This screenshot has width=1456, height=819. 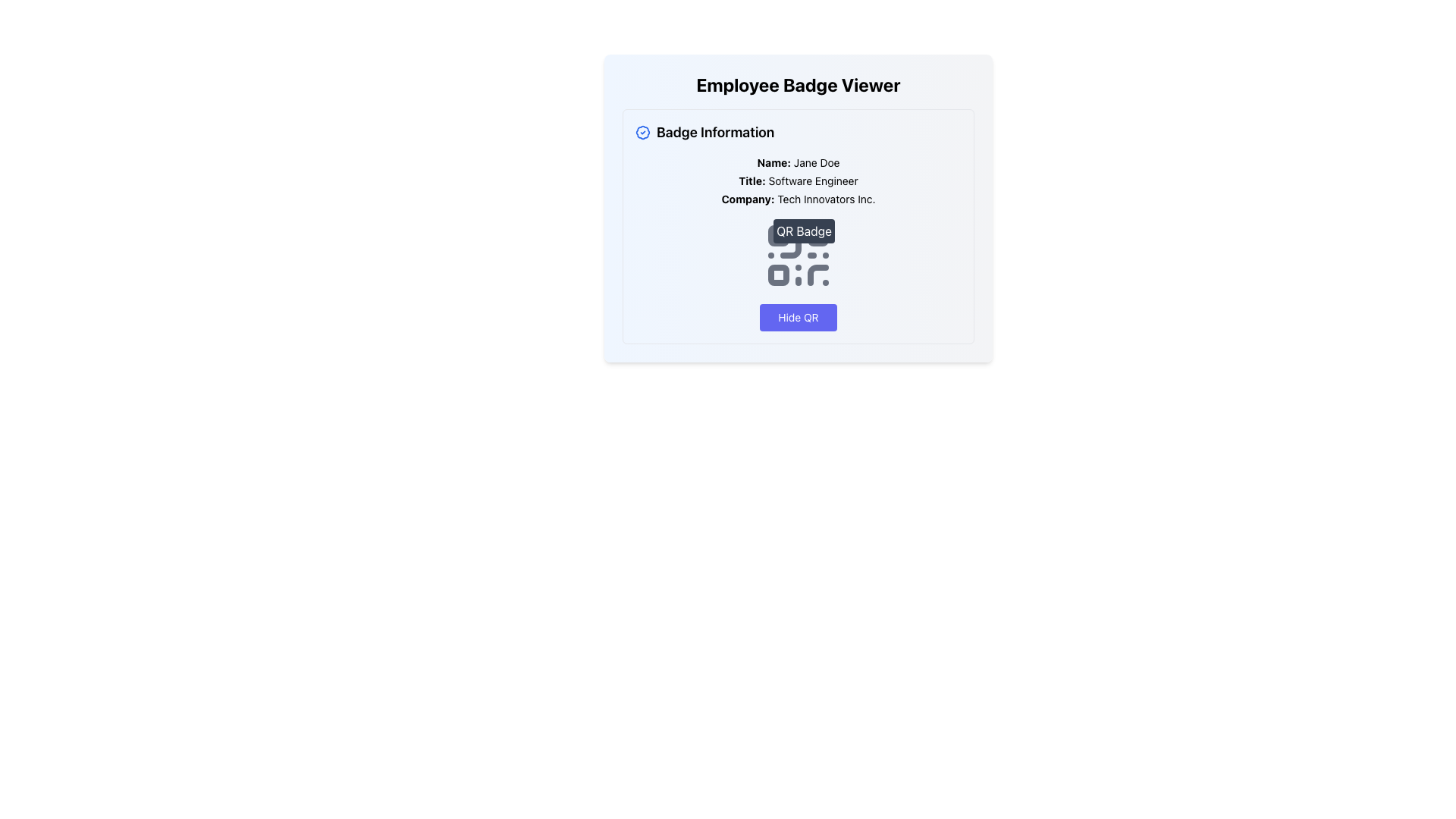 What do you see at coordinates (643, 131) in the screenshot?
I see `the verified or authenticated badge icon located in the top-left corner of the 'Badge Information' section` at bounding box center [643, 131].